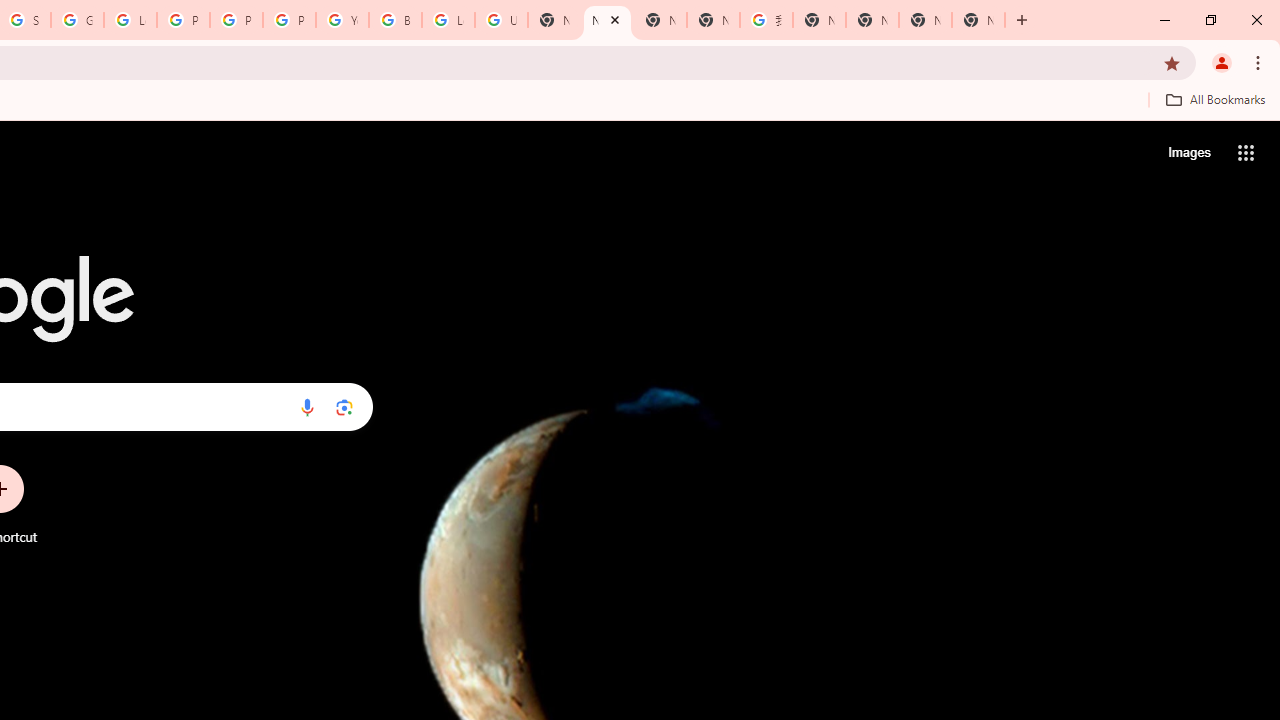  Describe the element at coordinates (344, 406) in the screenshot. I see `'Search by image'` at that location.